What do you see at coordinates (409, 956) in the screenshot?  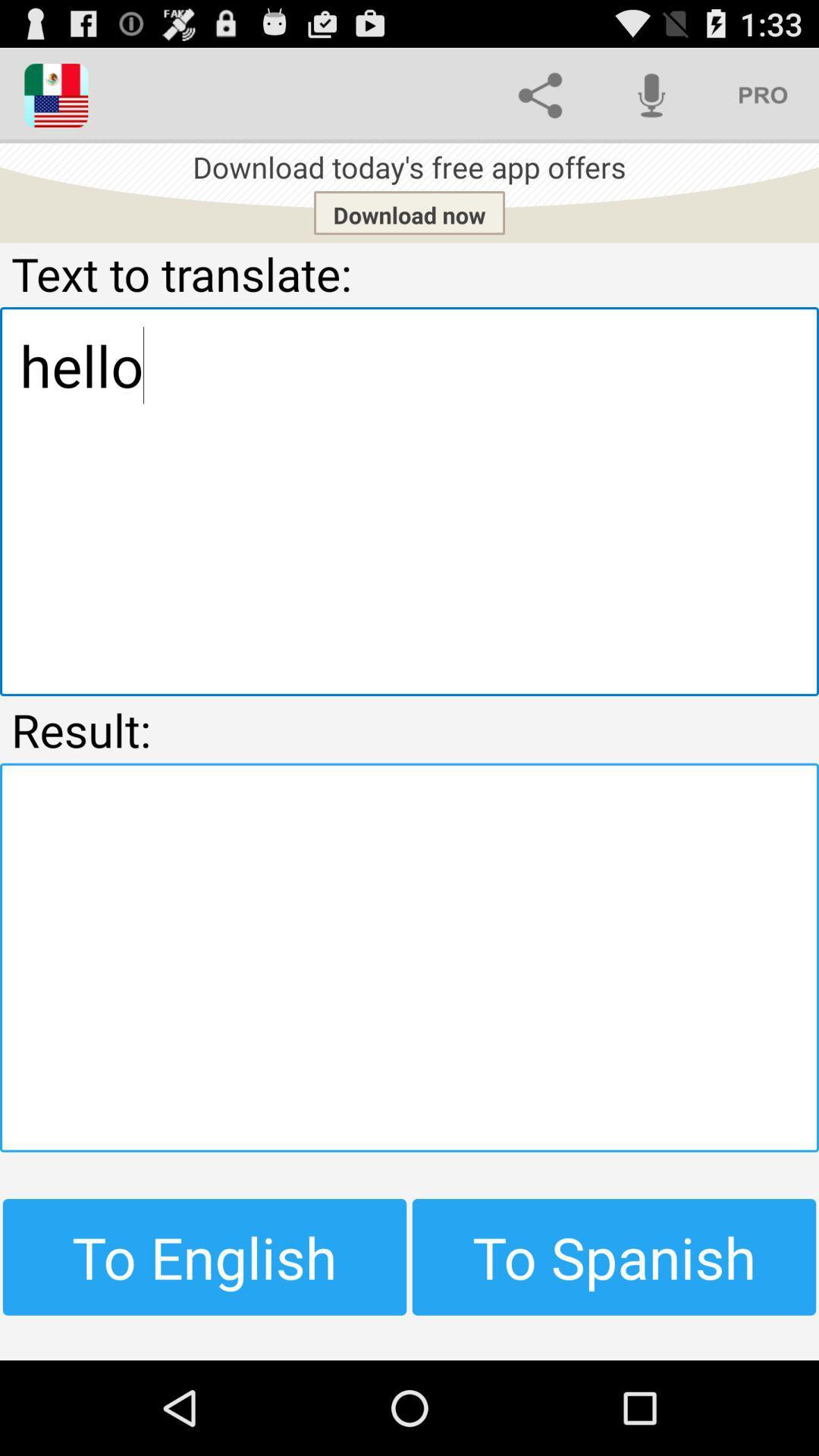 I see `result of original text` at bounding box center [409, 956].